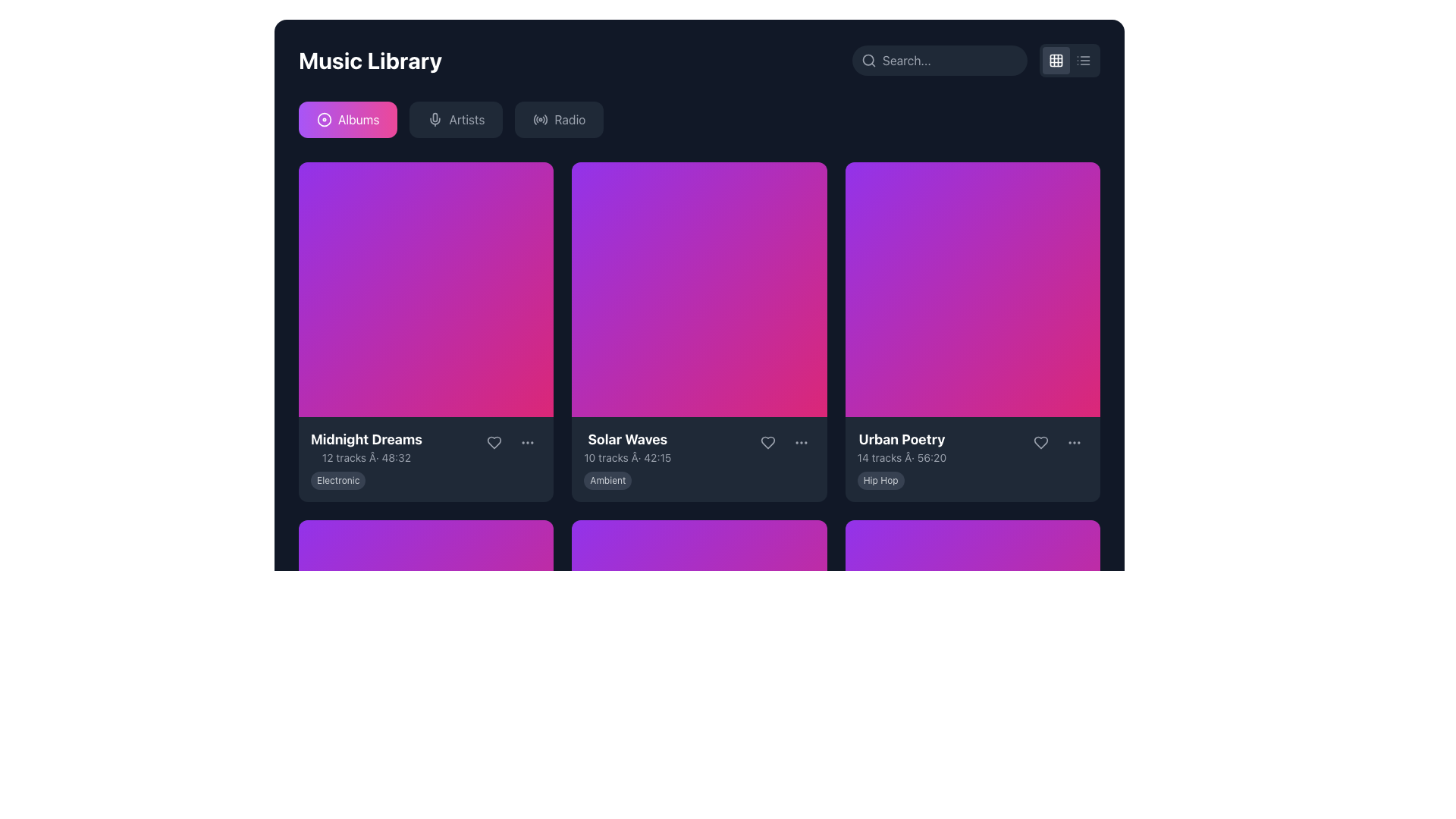  I want to click on the heart-shaped icon button located at the bottom right corner of the 'Urban Poetry' album card, so click(1040, 442).